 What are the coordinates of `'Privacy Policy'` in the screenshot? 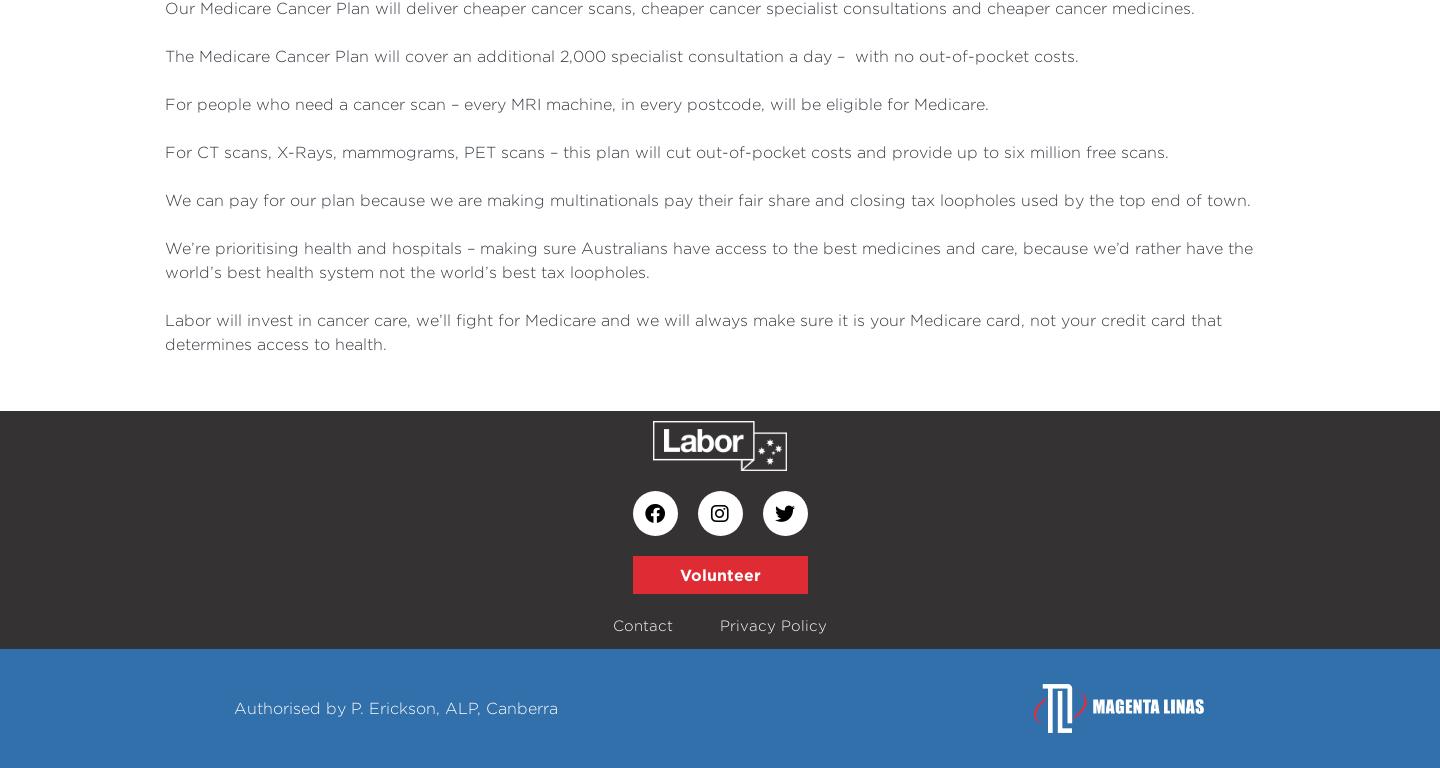 It's located at (772, 625).